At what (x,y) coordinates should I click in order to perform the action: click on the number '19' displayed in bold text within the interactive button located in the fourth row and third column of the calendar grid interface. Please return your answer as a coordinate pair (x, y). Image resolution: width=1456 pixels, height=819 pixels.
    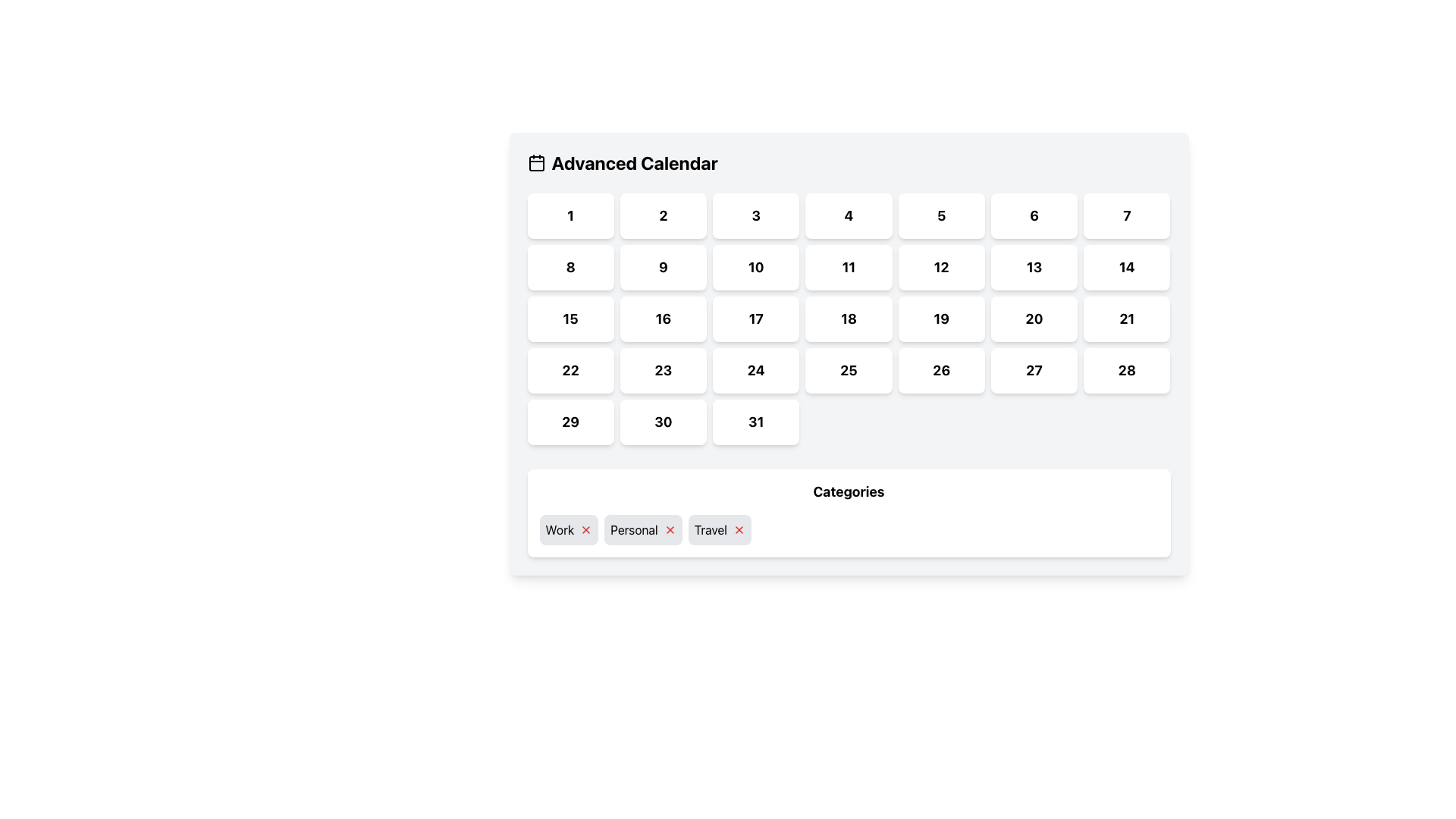
    Looking at the image, I should click on (940, 318).